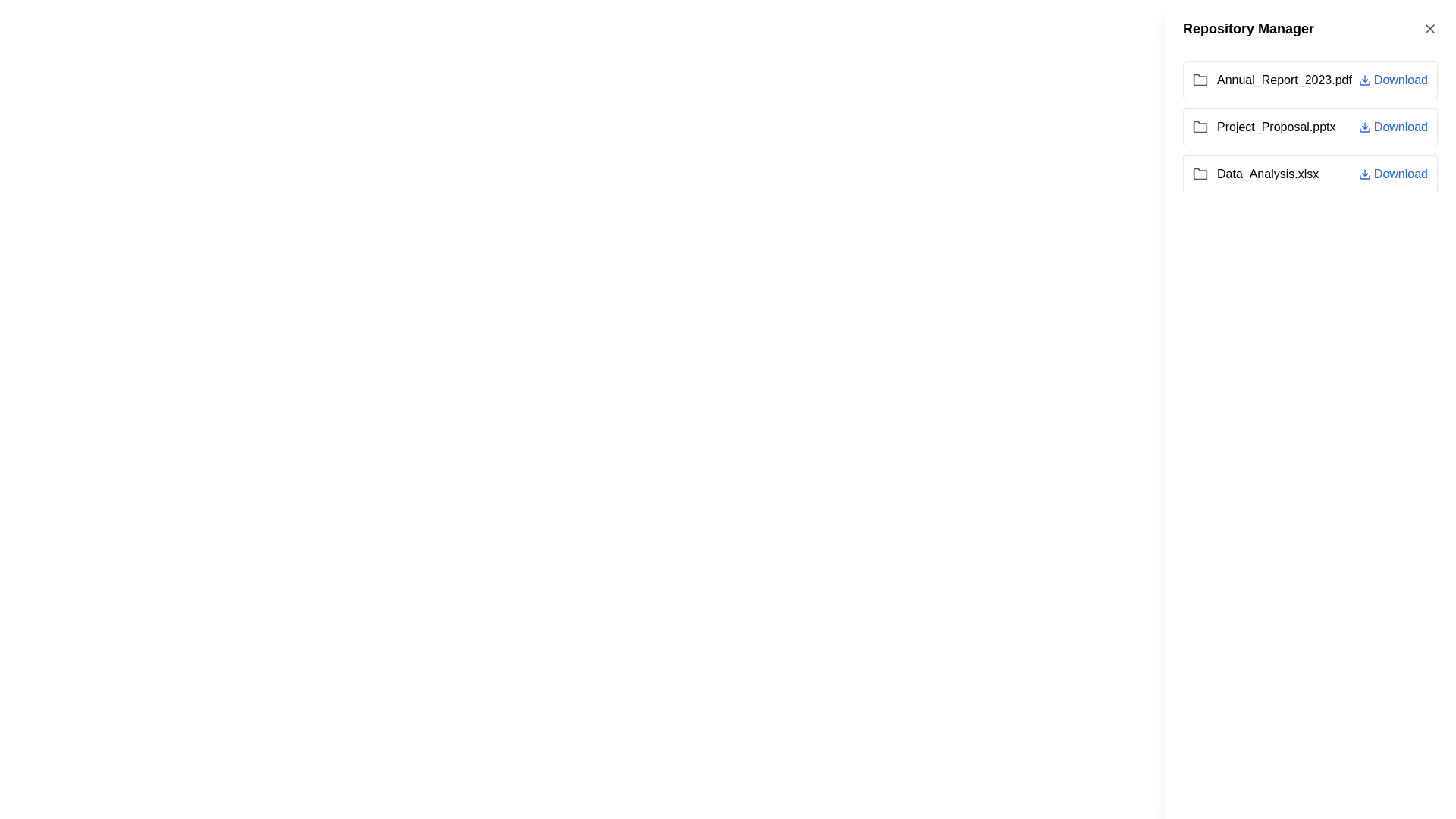 The height and width of the screenshot is (819, 1456). Describe the element at coordinates (1364, 174) in the screenshot. I see `the download icon represented by a downward-pointing arrow with a blue outline to initiate the download of the file labeled 'Data_Analysis.xlsx'` at that location.